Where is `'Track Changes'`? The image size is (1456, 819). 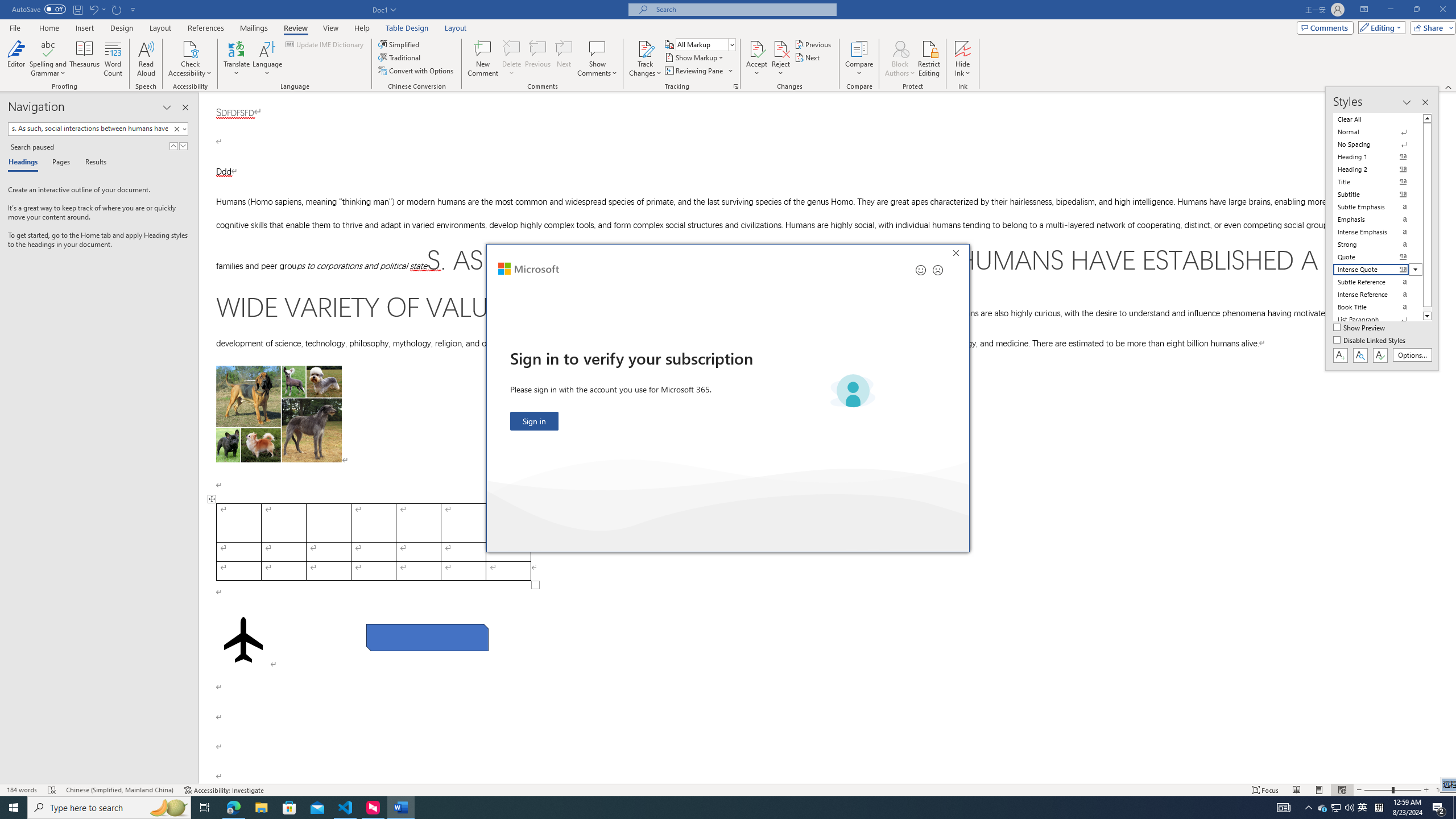 'Track Changes' is located at coordinates (644, 59).